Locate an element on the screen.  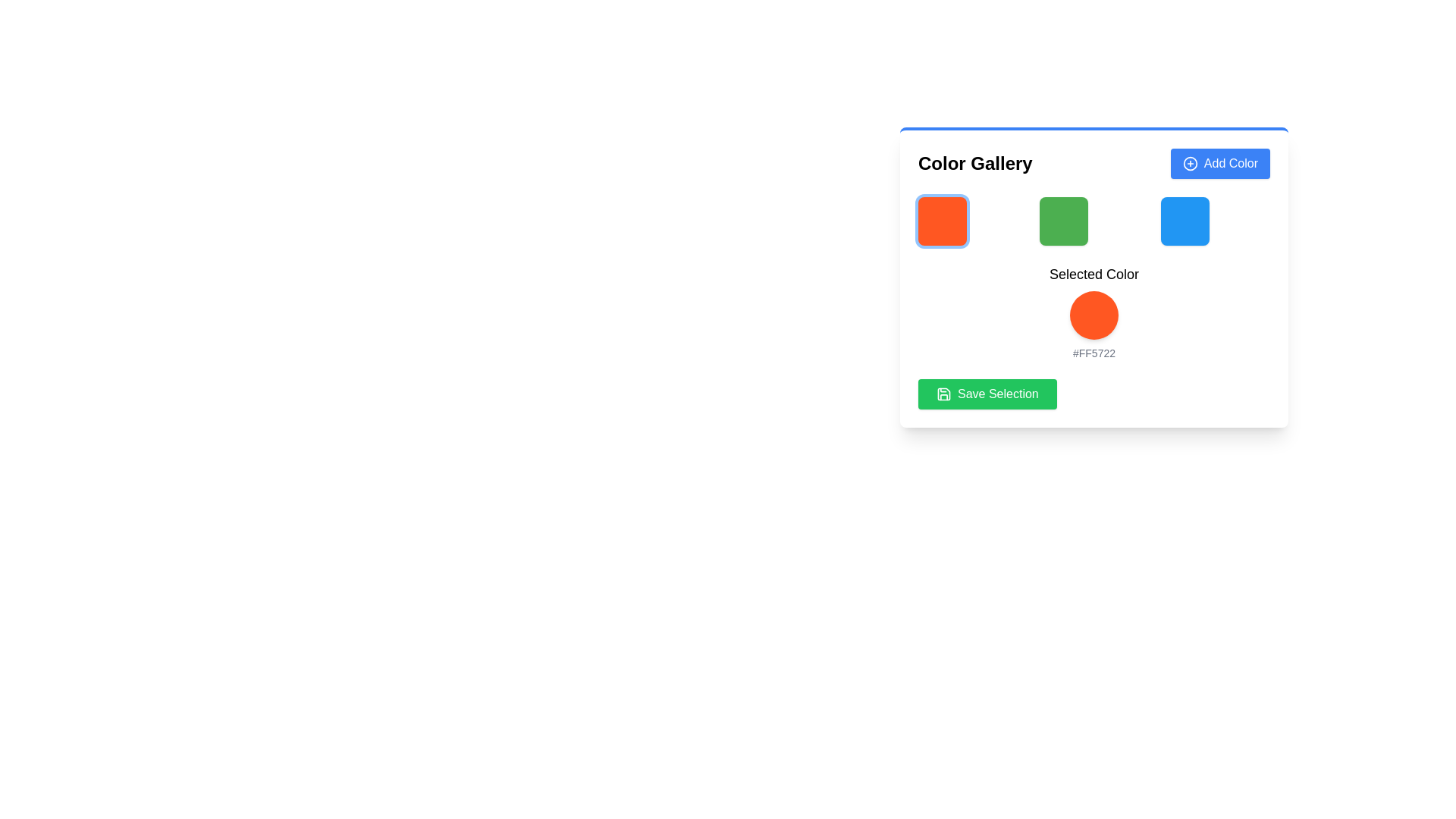
textual information from the 'Selected Color' display component, which includes the text 'Selected Color' and the hexadecimal color code '#FF5722' is located at coordinates (1094, 278).